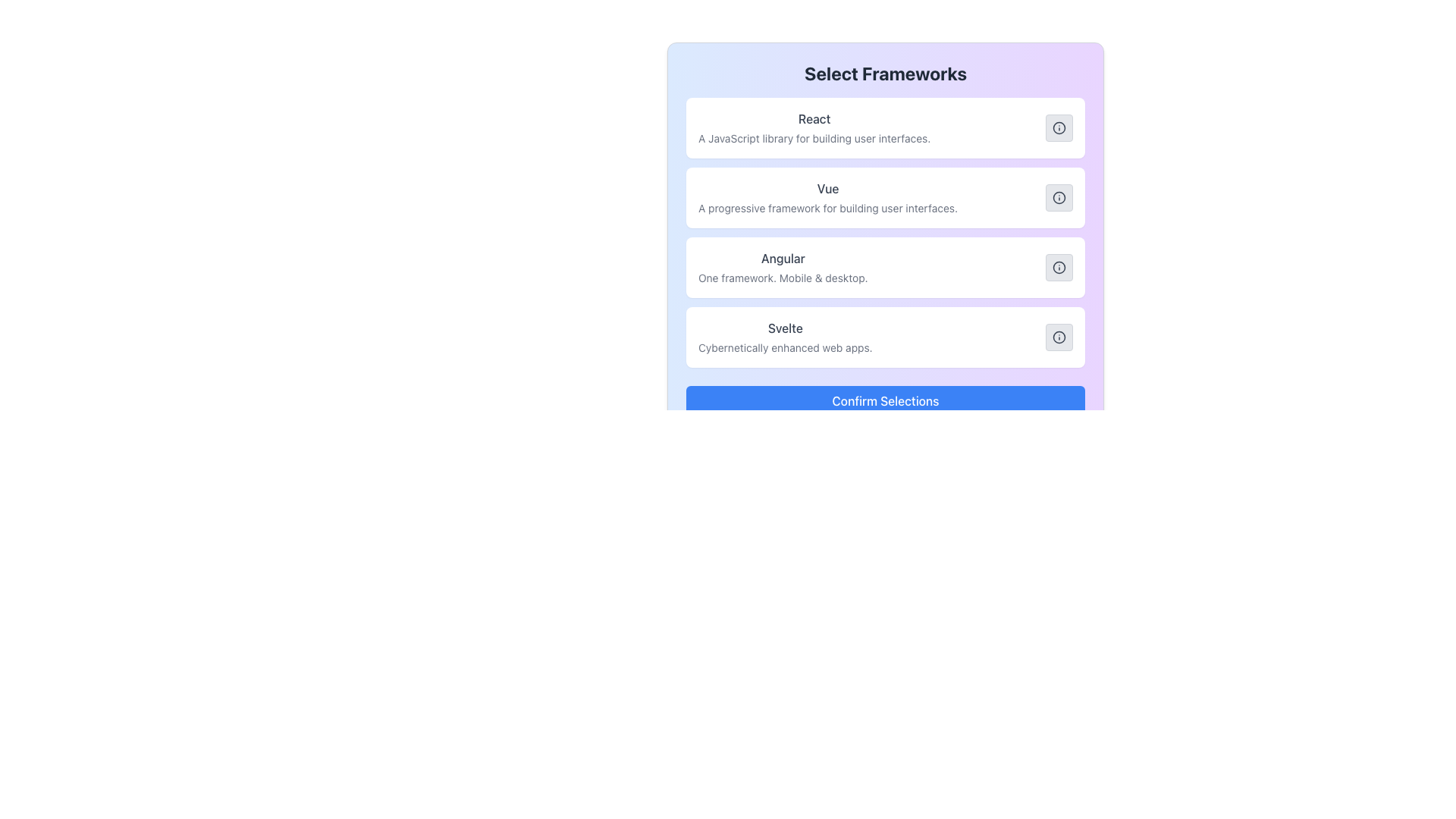 This screenshot has height=819, width=1456. Describe the element at coordinates (885, 239) in the screenshot. I see `the informative card for the 'Angular' framework, which is the third option in the 'Select Frameworks' section` at that location.